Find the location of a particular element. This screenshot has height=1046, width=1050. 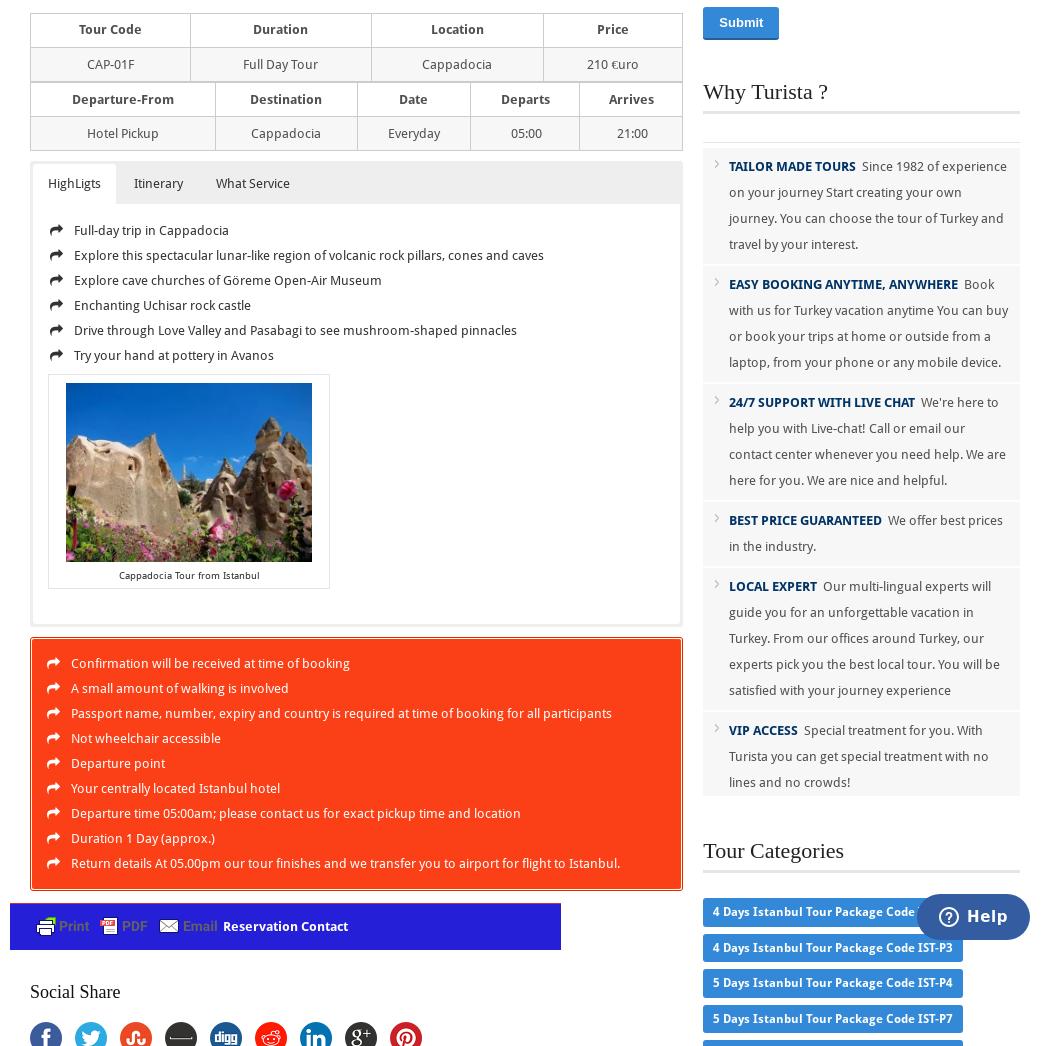

'Price' is located at coordinates (612, 28).